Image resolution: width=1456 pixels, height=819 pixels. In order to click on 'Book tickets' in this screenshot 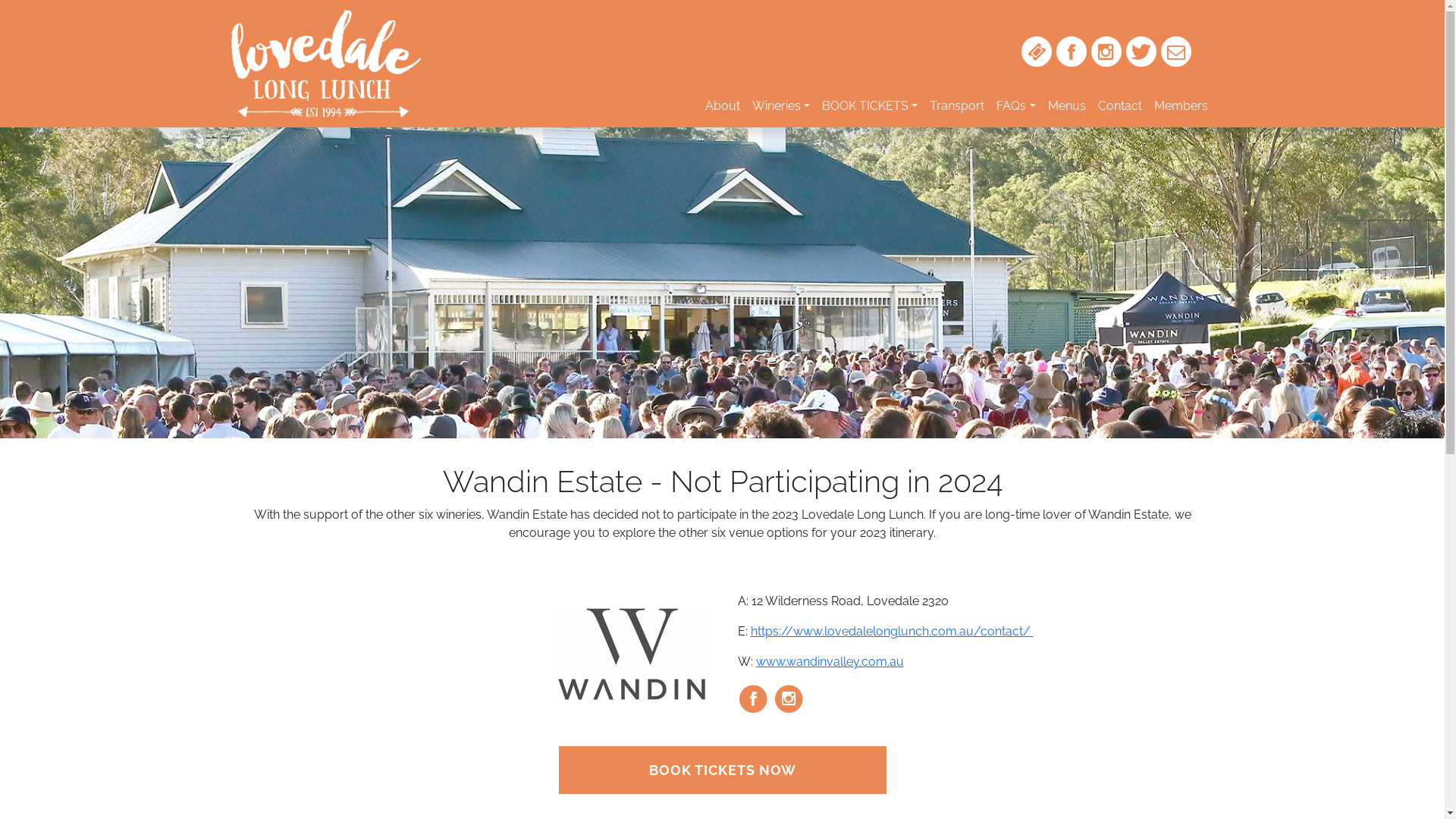, I will do `click(1035, 51)`.